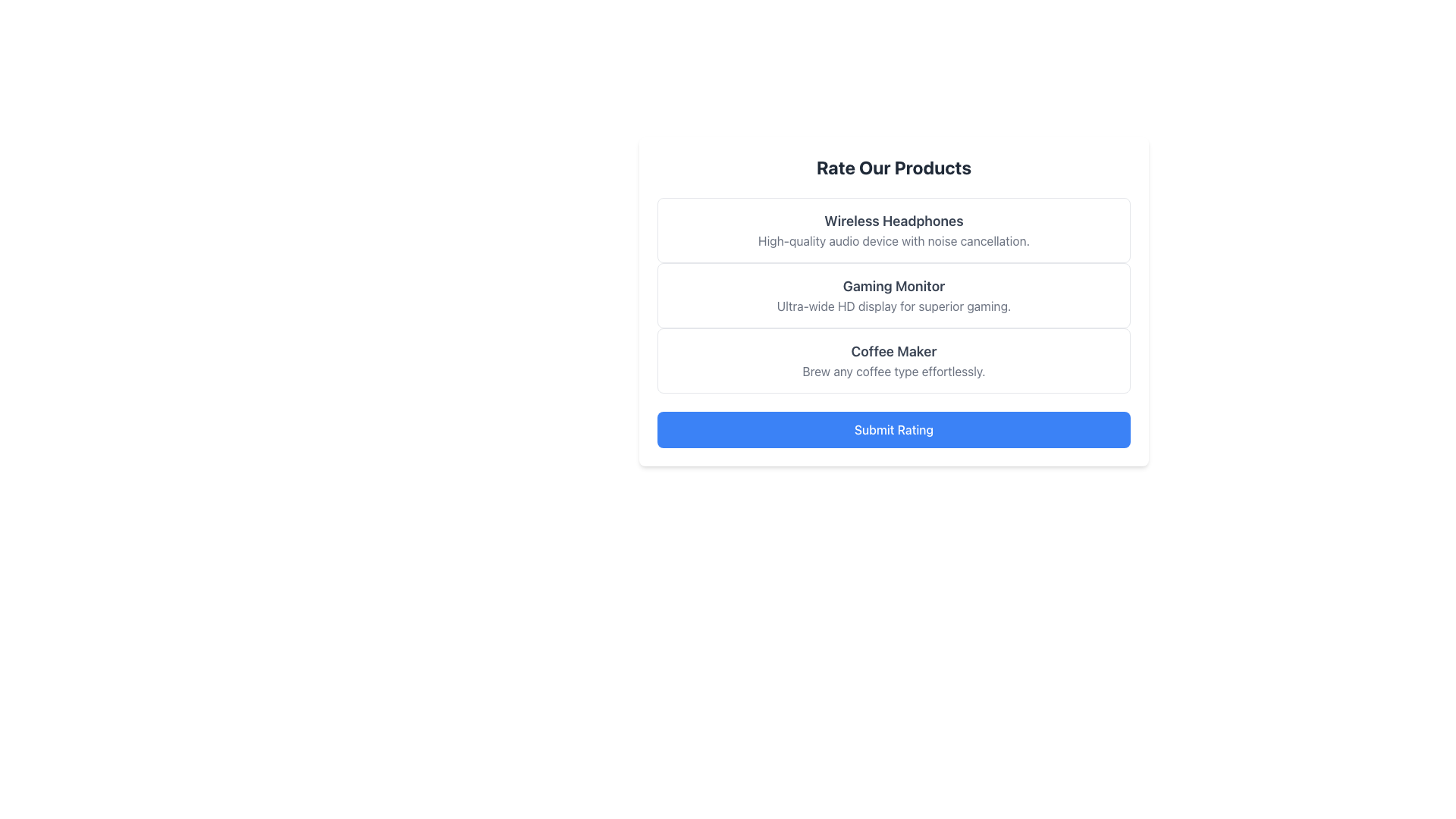  What do you see at coordinates (894, 360) in the screenshot?
I see `the third display card representing a coffee maker in the product rating interface, located between the Gaming Monitor and the Submit Rating button` at bounding box center [894, 360].